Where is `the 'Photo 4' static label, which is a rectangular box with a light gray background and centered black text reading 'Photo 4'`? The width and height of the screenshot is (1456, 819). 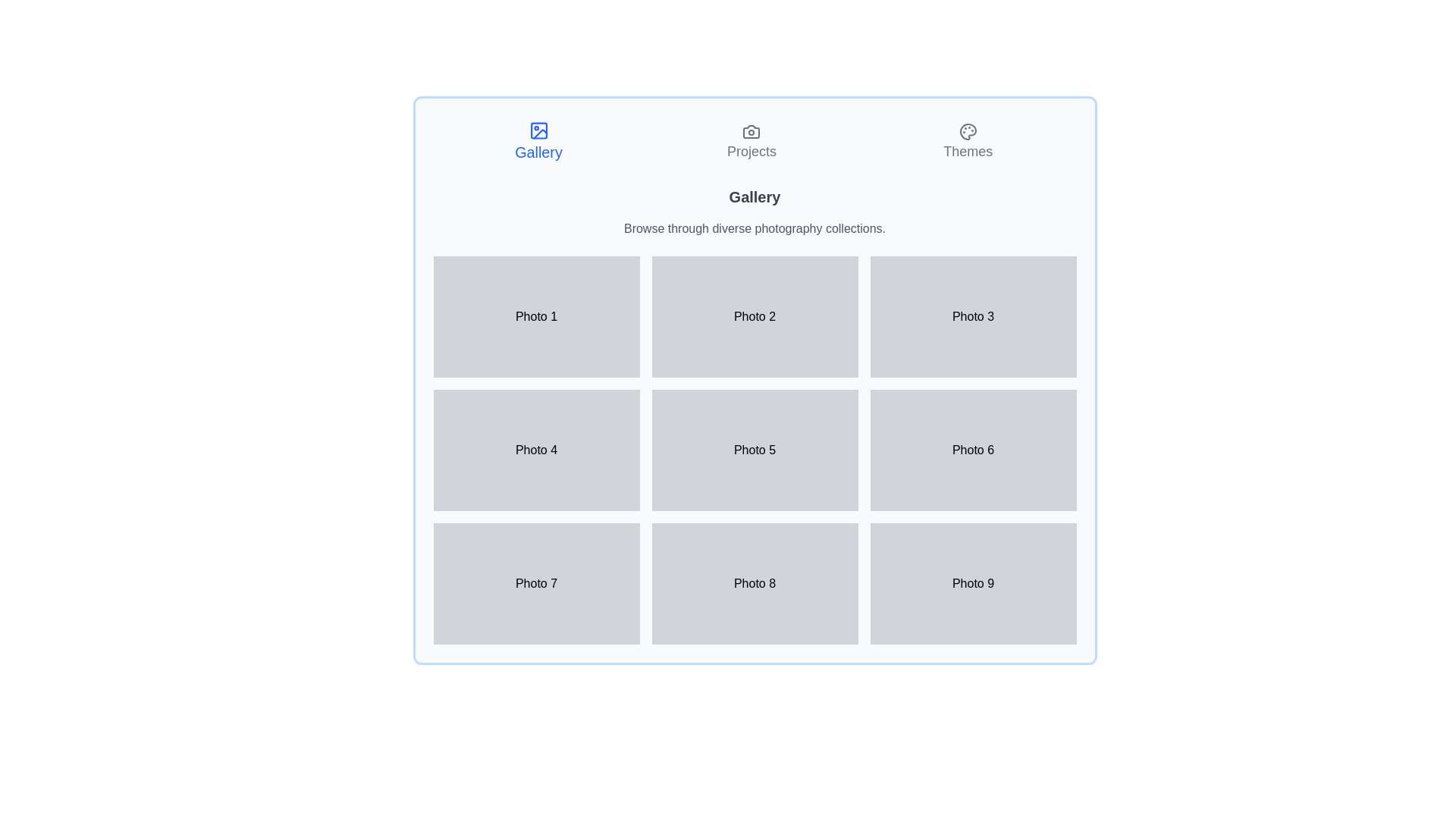
the 'Photo 4' static label, which is a rectangular box with a light gray background and centered black text reading 'Photo 4' is located at coordinates (536, 450).